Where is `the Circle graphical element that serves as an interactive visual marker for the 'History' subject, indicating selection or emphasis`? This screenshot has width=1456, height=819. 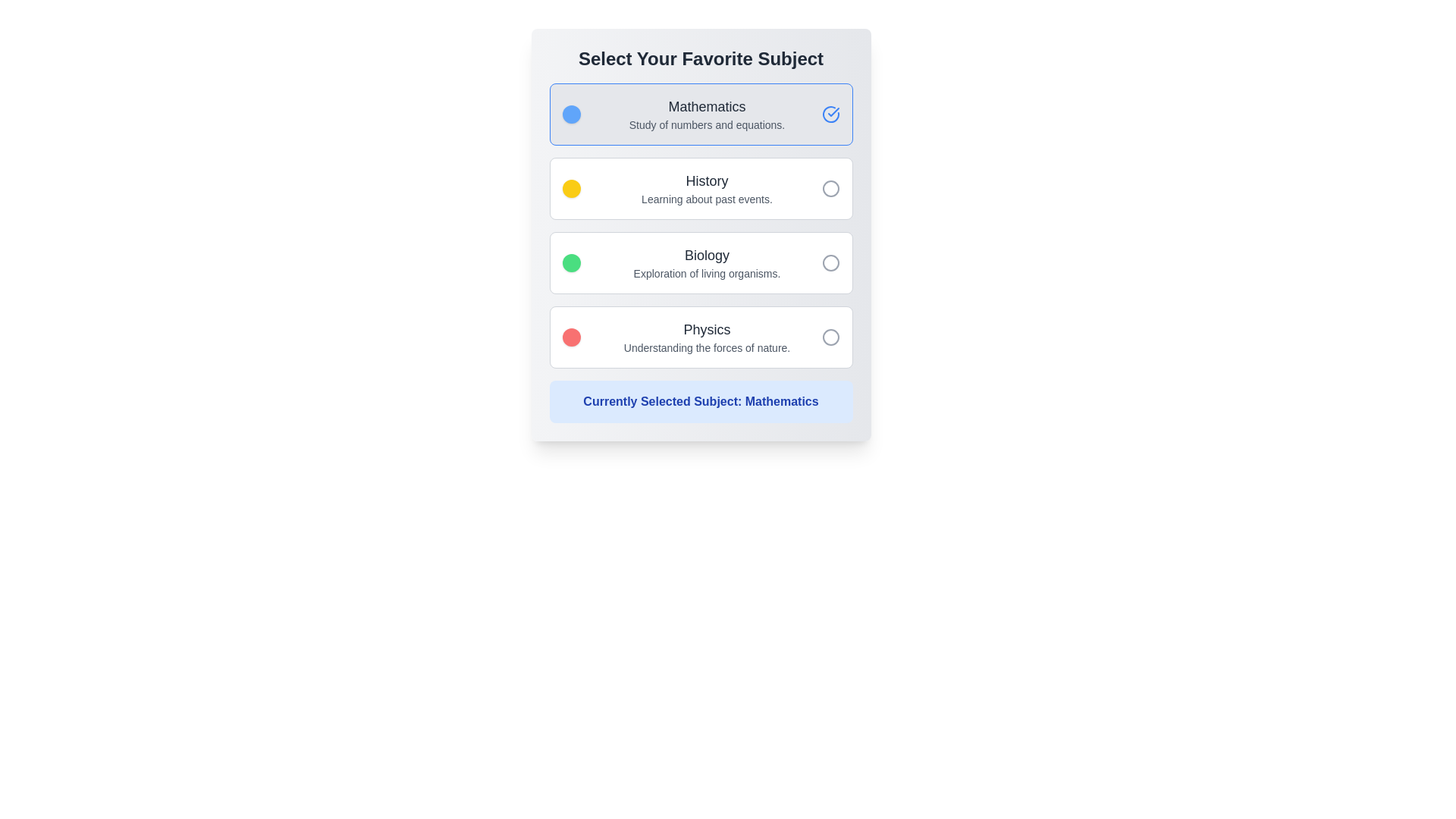
the Circle graphical element that serves as an interactive visual marker for the 'History' subject, indicating selection or emphasis is located at coordinates (830, 188).